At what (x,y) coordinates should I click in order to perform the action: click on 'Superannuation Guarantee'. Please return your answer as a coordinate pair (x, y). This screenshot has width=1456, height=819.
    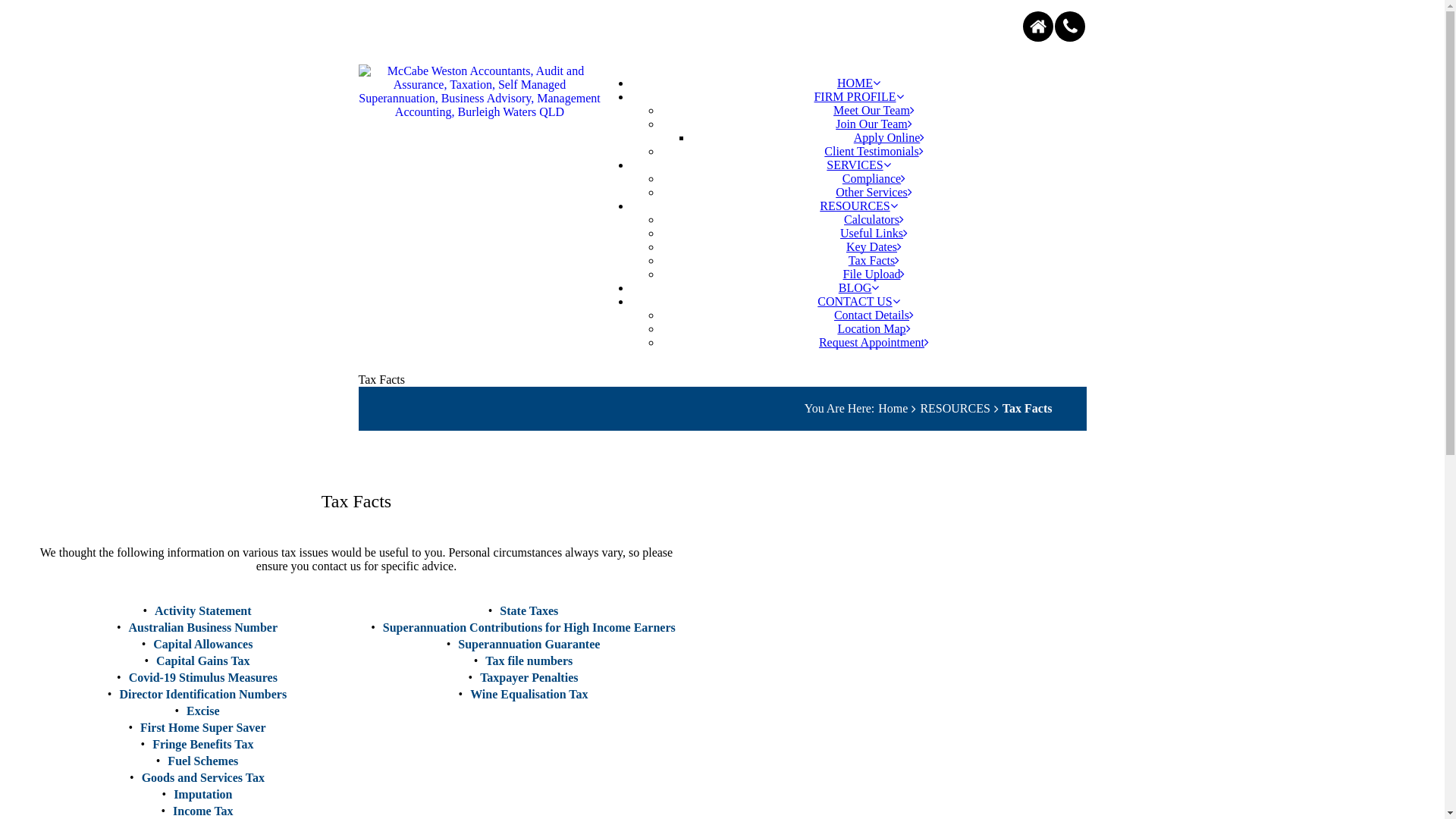
    Looking at the image, I should click on (529, 644).